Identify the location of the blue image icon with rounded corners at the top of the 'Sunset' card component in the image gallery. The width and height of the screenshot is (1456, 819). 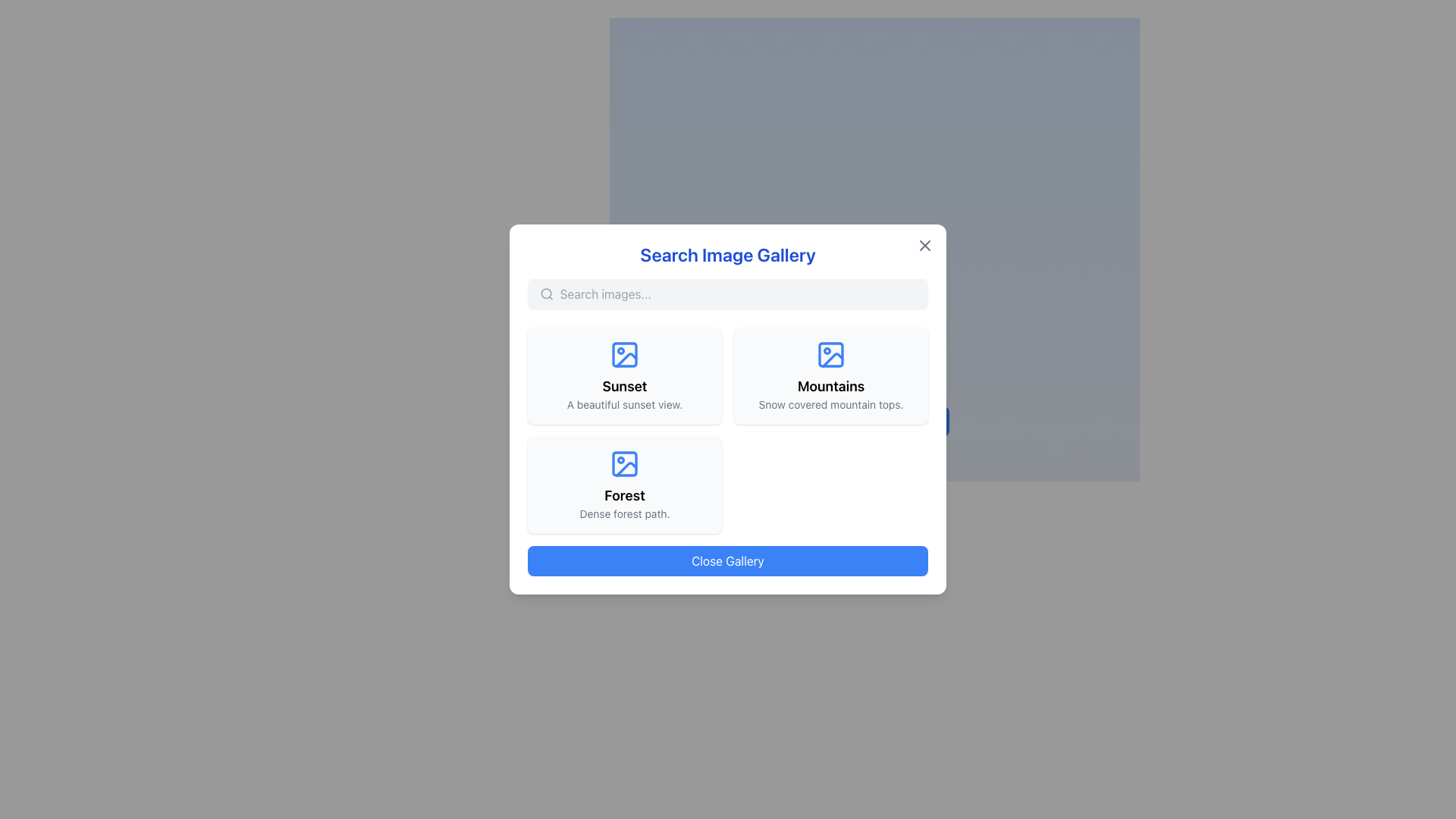
(625, 354).